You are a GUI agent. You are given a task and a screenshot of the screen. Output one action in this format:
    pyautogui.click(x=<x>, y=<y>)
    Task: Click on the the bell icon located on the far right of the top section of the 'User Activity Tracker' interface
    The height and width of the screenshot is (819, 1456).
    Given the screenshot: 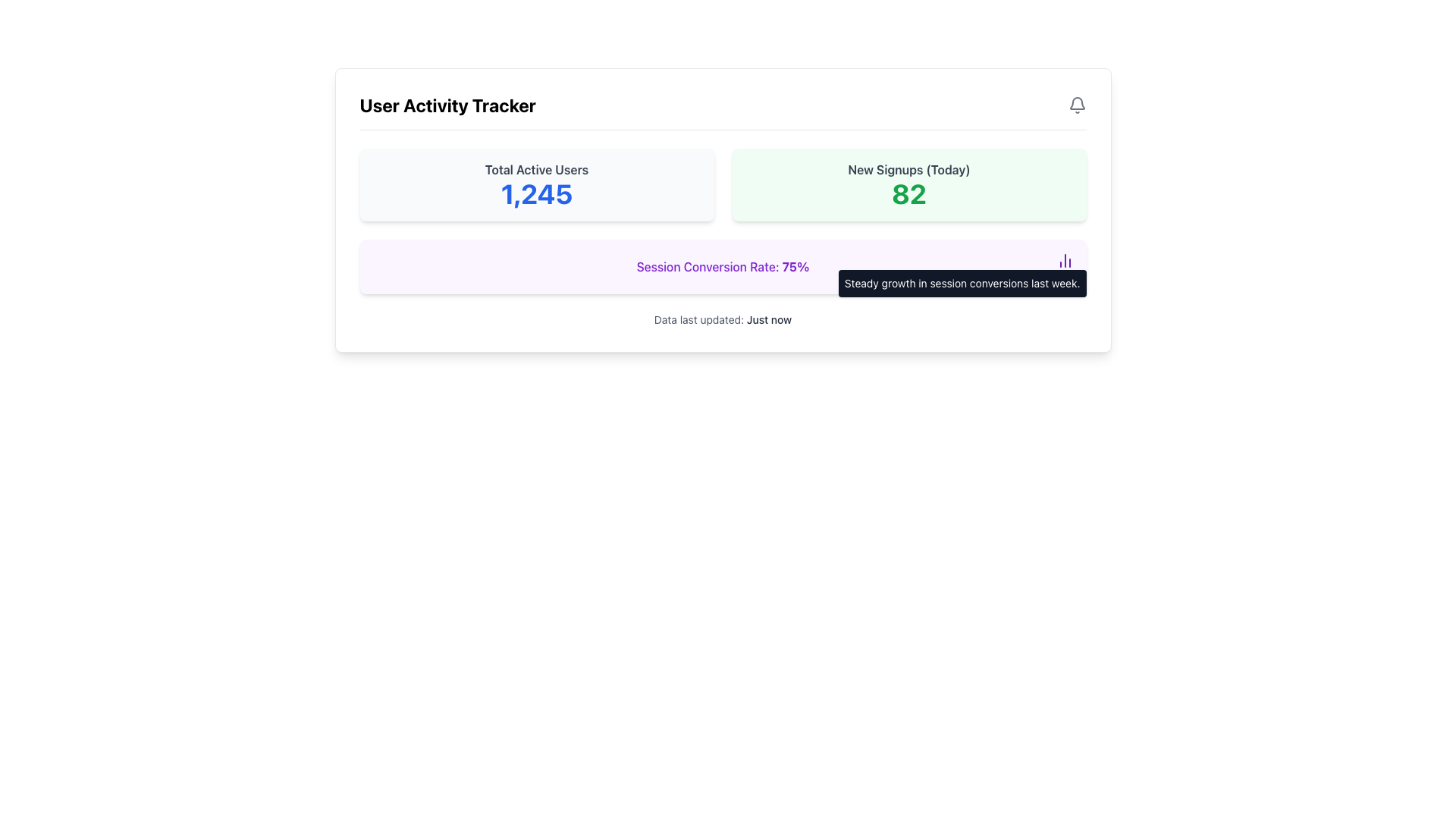 What is the action you would take?
    pyautogui.click(x=1076, y=104)
    